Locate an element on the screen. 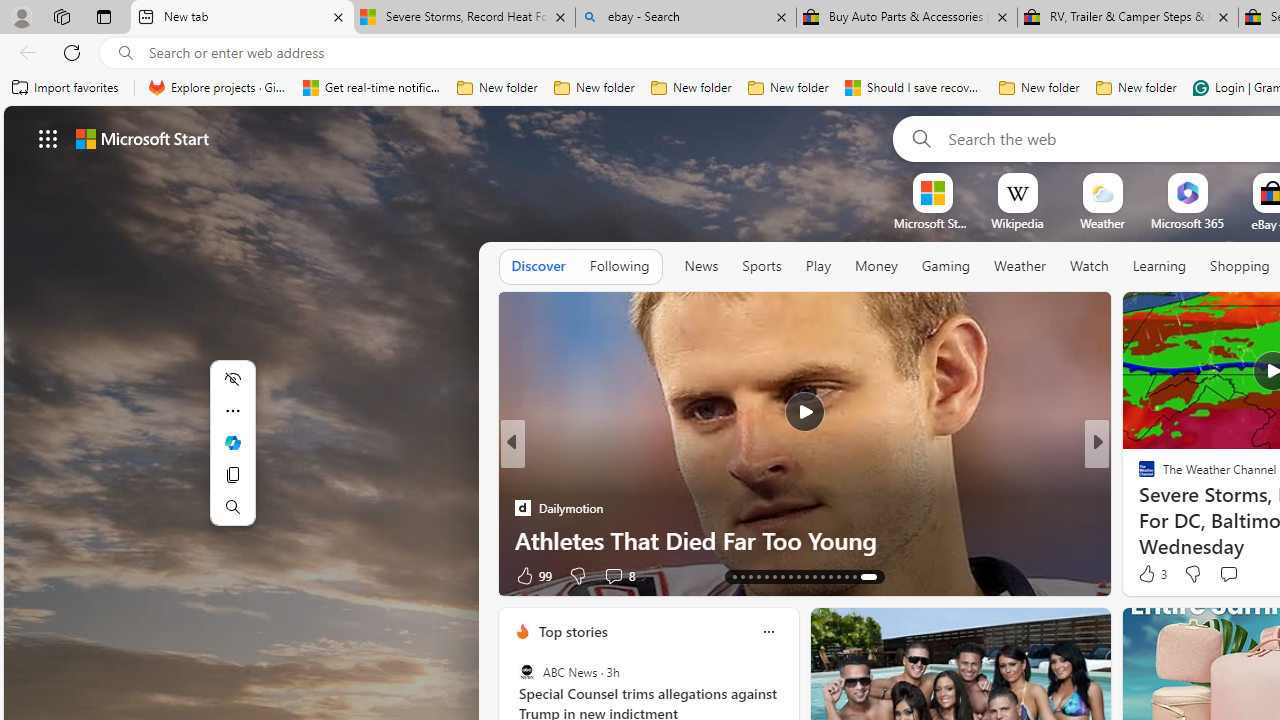 Image resolution: width=1280 pixels, height=720 pixels. 'Mini menu on text selection' is located at coordinates (232, 441).